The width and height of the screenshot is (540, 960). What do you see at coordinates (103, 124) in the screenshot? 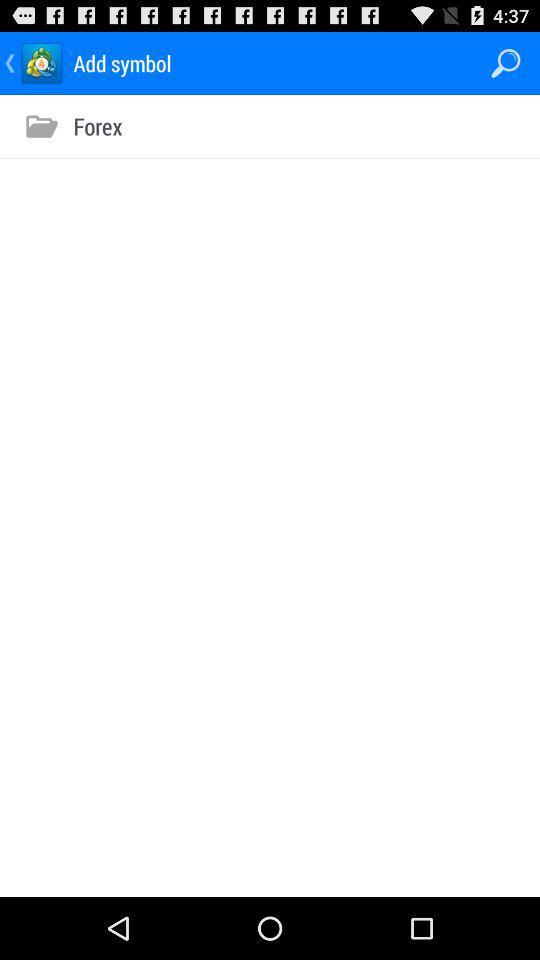
I see `the forex` at bounding box center [103, 124].